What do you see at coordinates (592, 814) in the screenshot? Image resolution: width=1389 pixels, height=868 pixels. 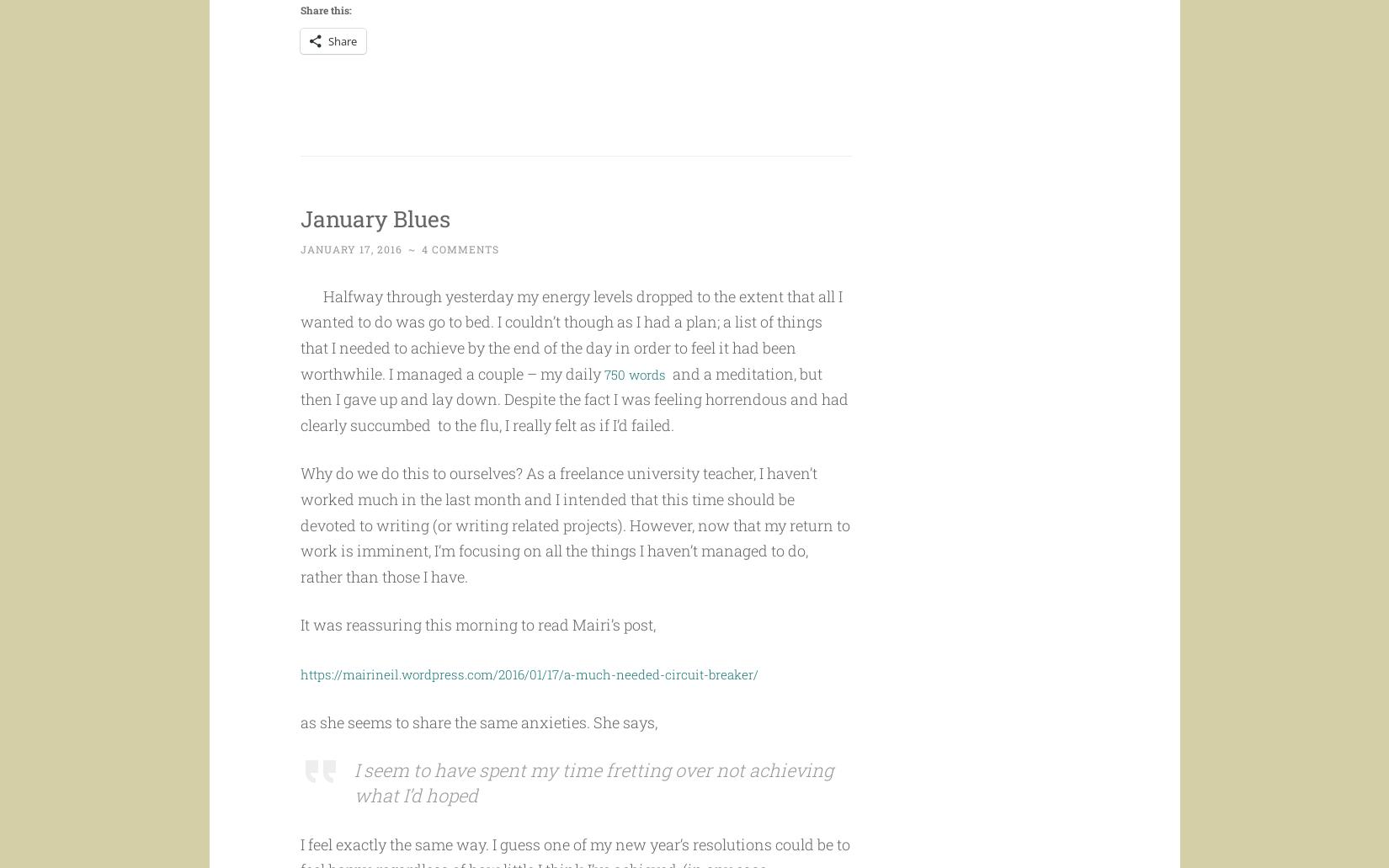 I see `'I seem to have spent my time fretting over not achieving what I’d hoped'` at bounding box center [592, 814].